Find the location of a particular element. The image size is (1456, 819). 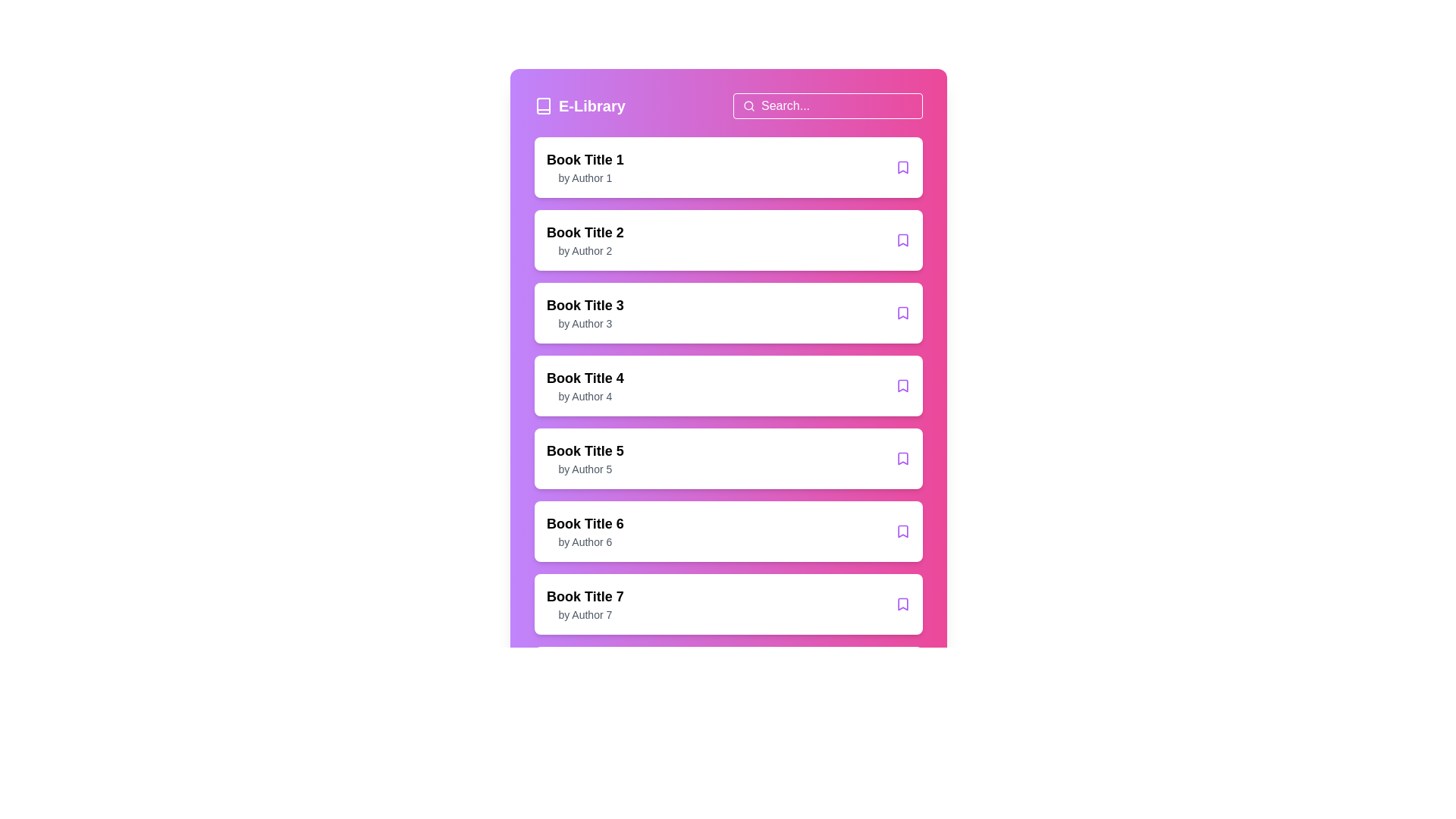

the informational text UI component that presents the title and author of a book in the e-library interface, located in the third row of the vertically stacked list is located at coordinates (584, 312).